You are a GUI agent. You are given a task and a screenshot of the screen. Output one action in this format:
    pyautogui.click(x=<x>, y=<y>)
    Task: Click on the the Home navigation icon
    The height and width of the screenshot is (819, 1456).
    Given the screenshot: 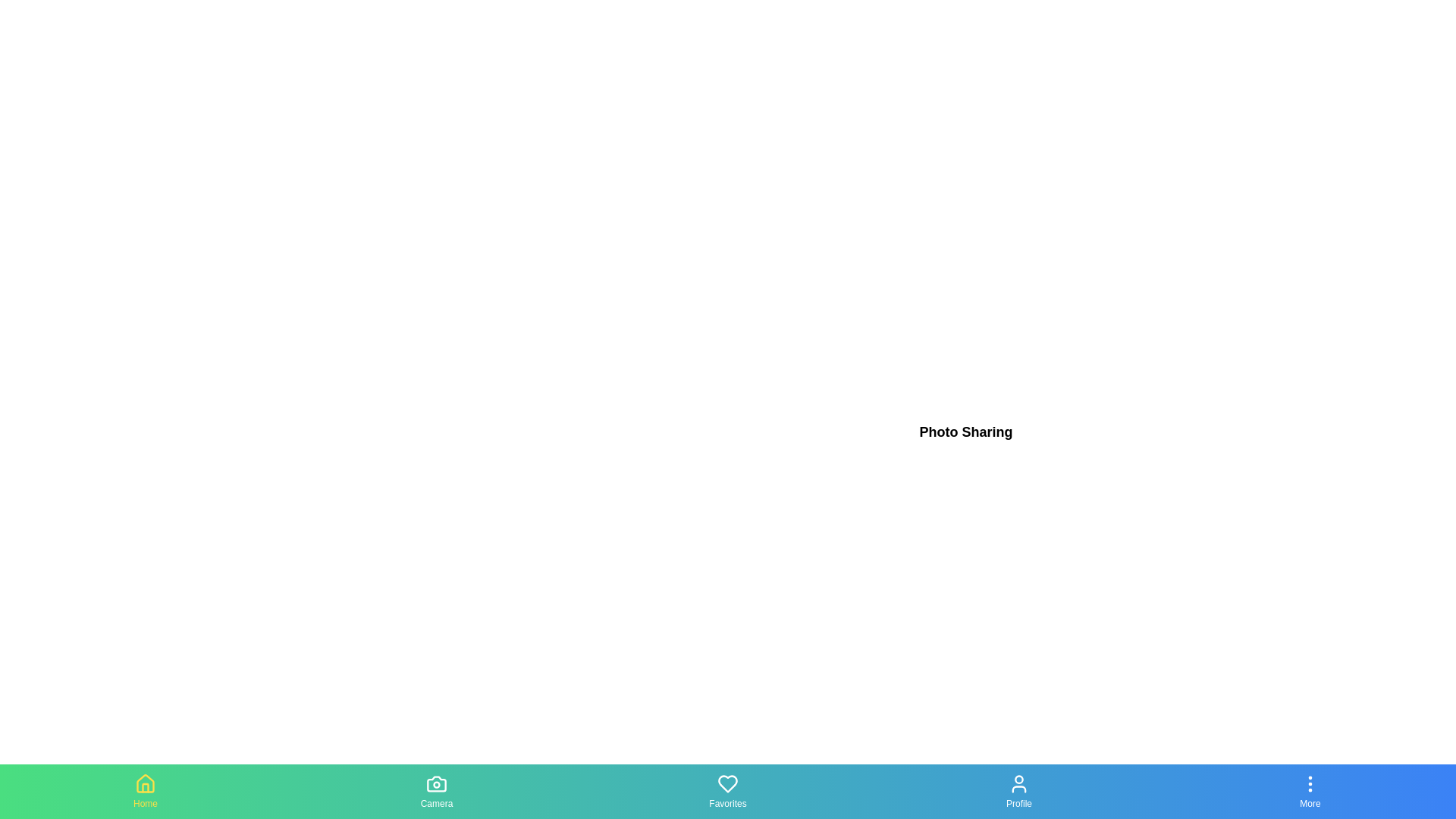 What is the action you would take?
    pyautogui.click(x=146, y=791)
    